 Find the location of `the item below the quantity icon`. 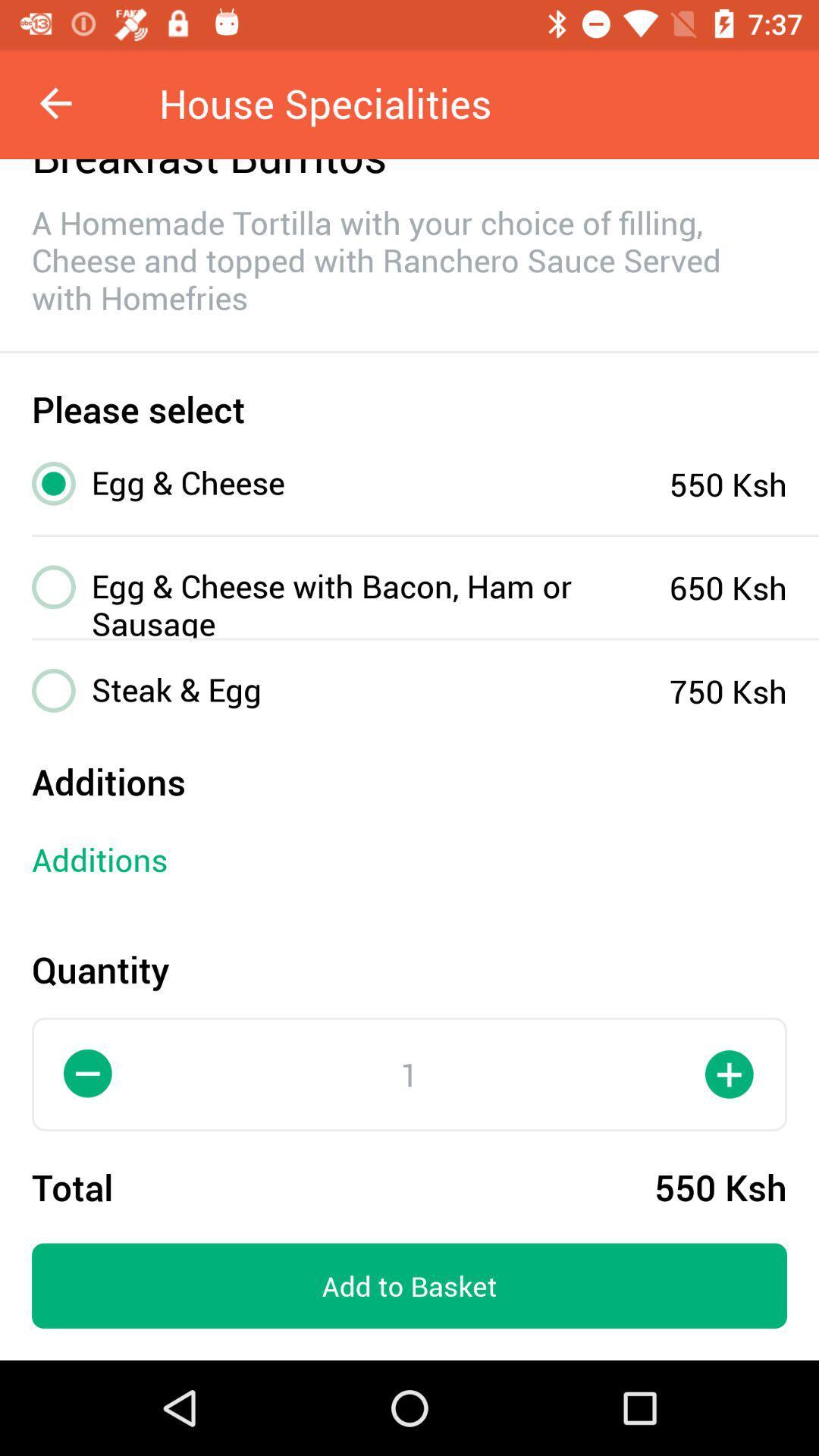

the item below the quantity icon is located at coordinates (88, 1073).